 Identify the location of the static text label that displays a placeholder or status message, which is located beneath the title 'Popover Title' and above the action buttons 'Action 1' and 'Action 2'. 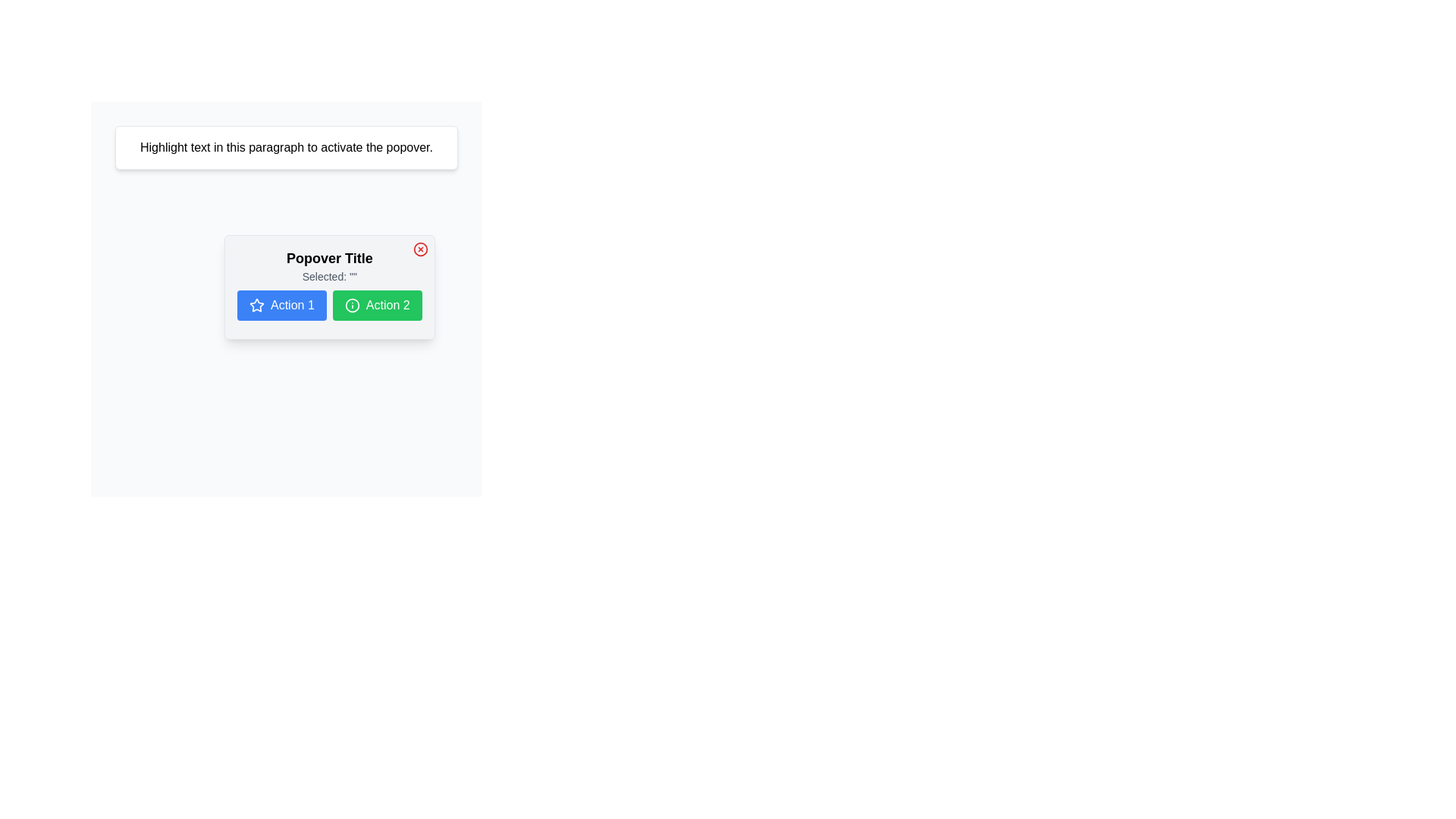
(328, 277).